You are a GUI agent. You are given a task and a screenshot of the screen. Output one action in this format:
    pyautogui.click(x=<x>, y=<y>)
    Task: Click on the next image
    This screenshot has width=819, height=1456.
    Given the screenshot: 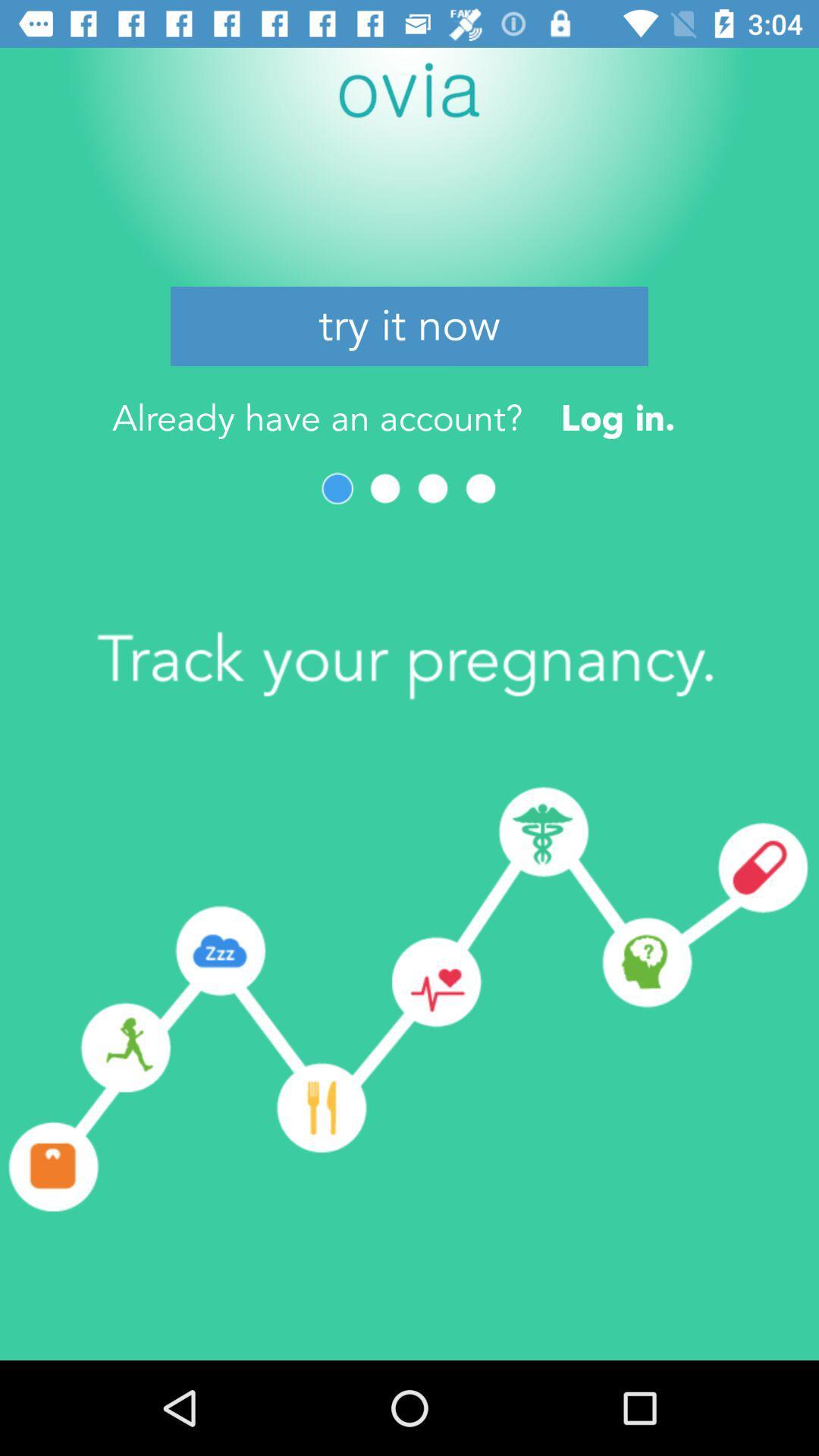 What is the action you would take?
    pyautogui.click(x=384, y=488)
    